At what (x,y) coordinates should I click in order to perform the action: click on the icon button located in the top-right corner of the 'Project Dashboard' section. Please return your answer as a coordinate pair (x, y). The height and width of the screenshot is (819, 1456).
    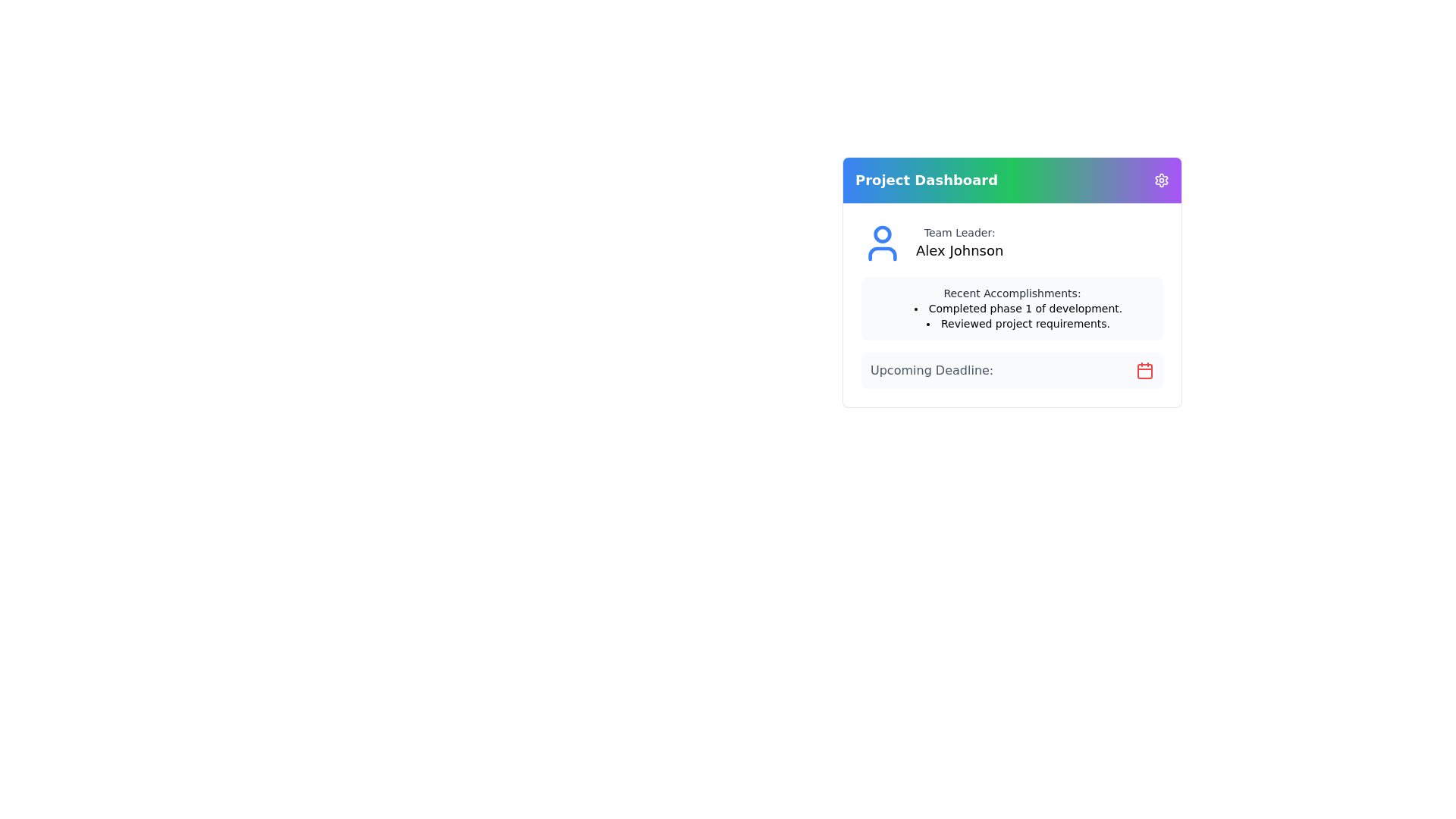
    Looking at the image, I should click on (1160, 180).